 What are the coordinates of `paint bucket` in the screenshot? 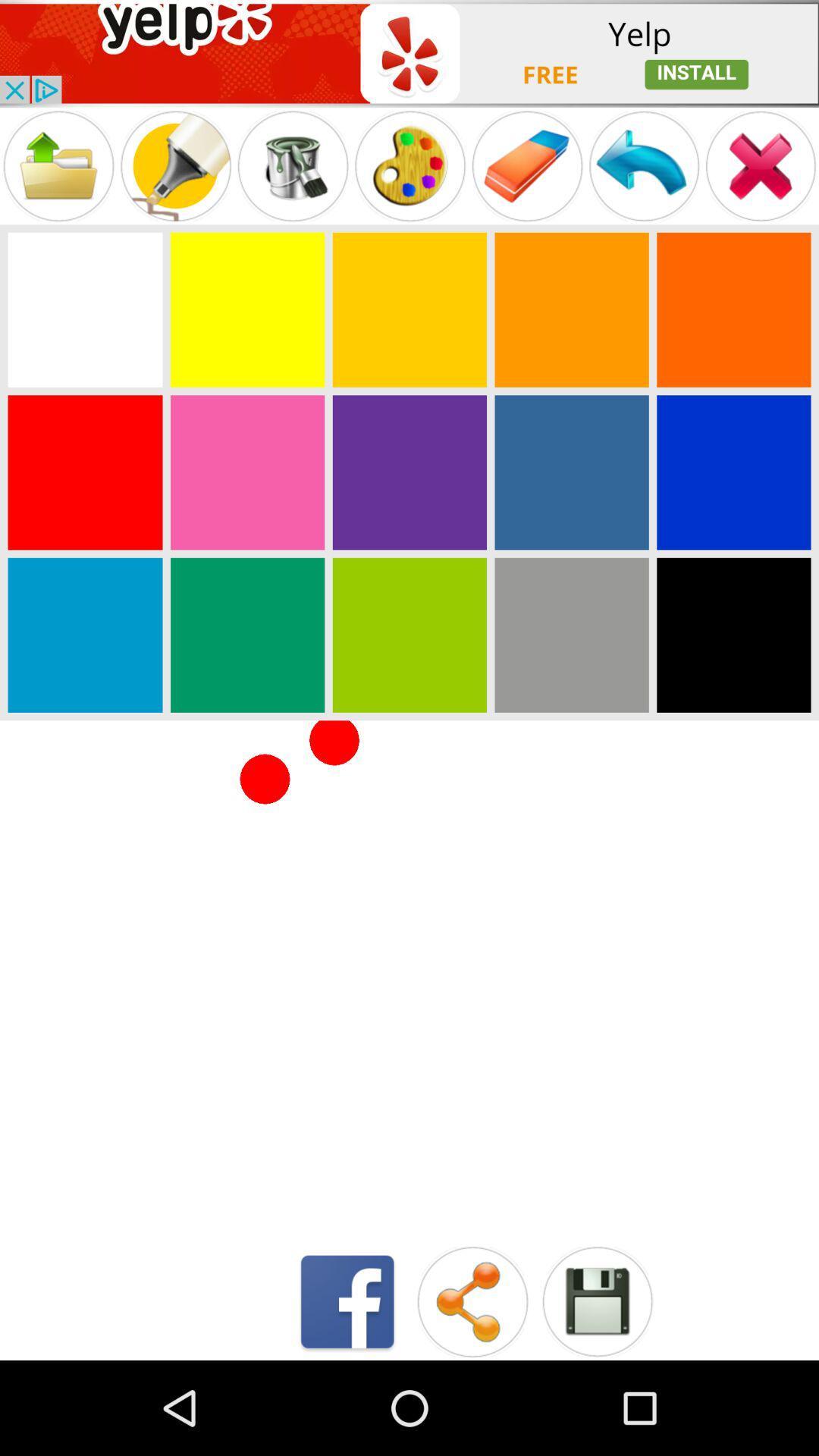 It's located at (293, 166).